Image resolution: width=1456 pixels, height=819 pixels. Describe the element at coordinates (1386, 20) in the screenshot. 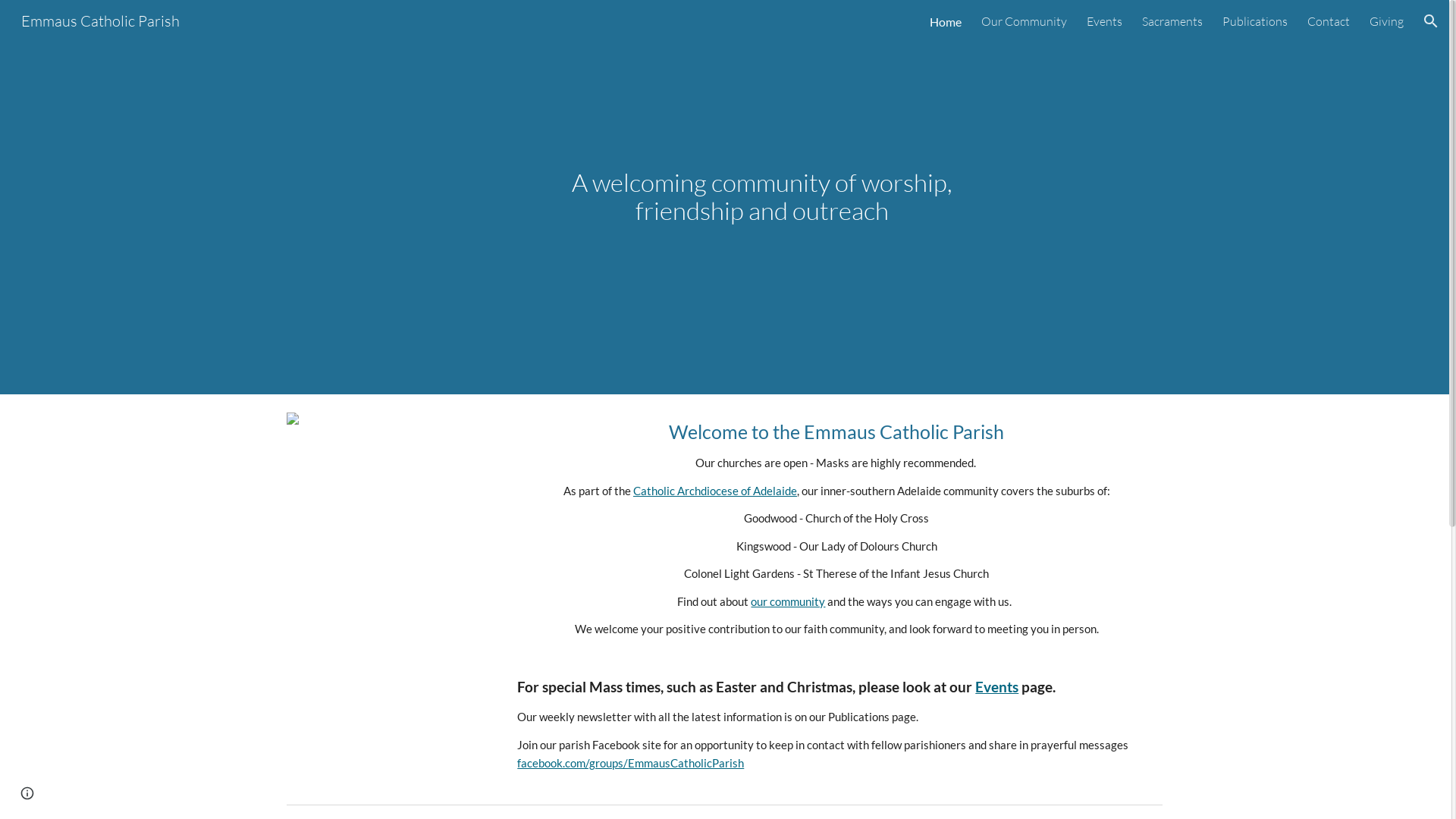

I see `'Giving'` at that location.